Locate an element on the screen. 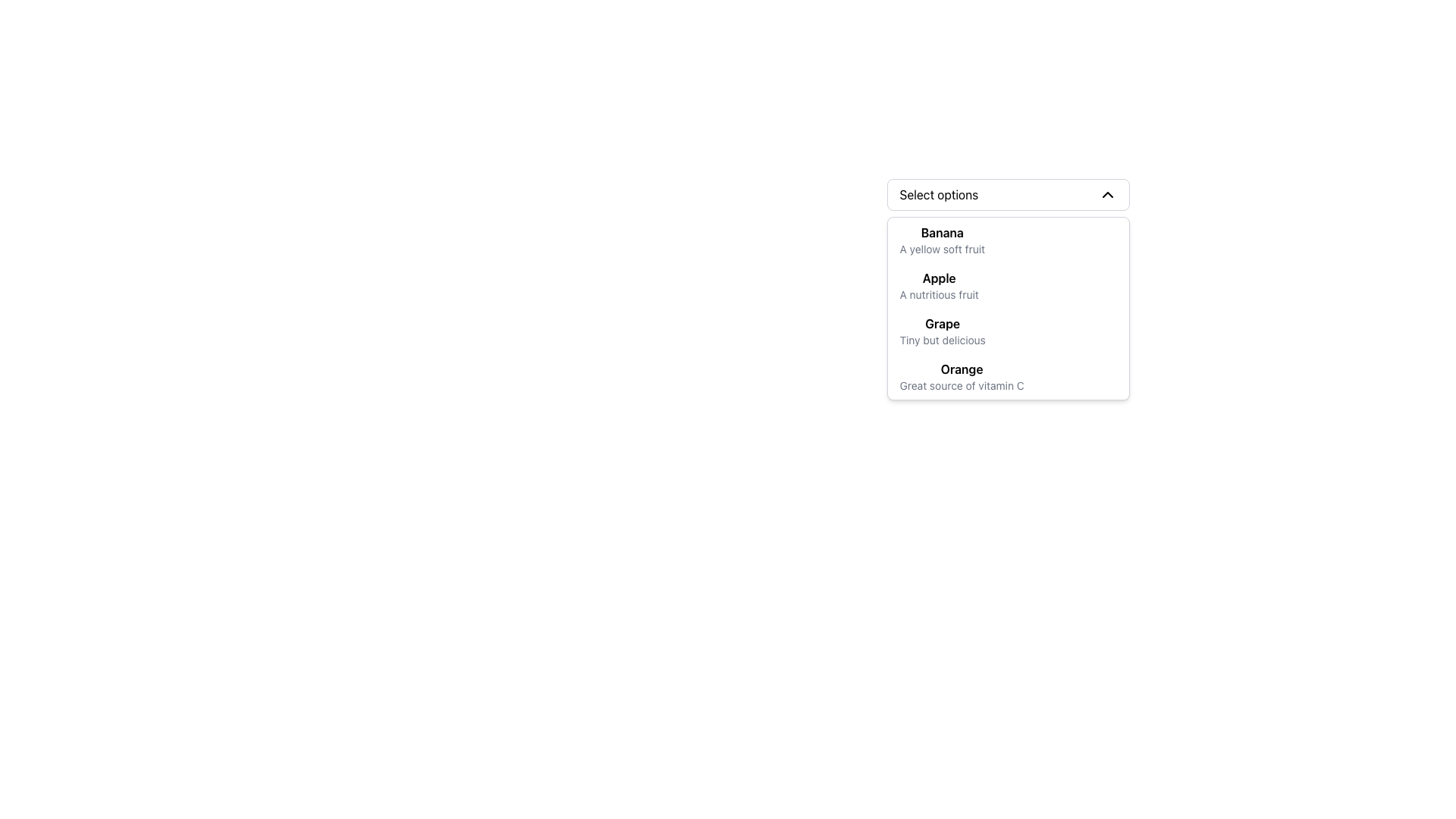  the Text Label that provides additional information about the item 'Orange' in the dropdown, located directly below the bold text 'Orange' is located at coordinates (961, 385).